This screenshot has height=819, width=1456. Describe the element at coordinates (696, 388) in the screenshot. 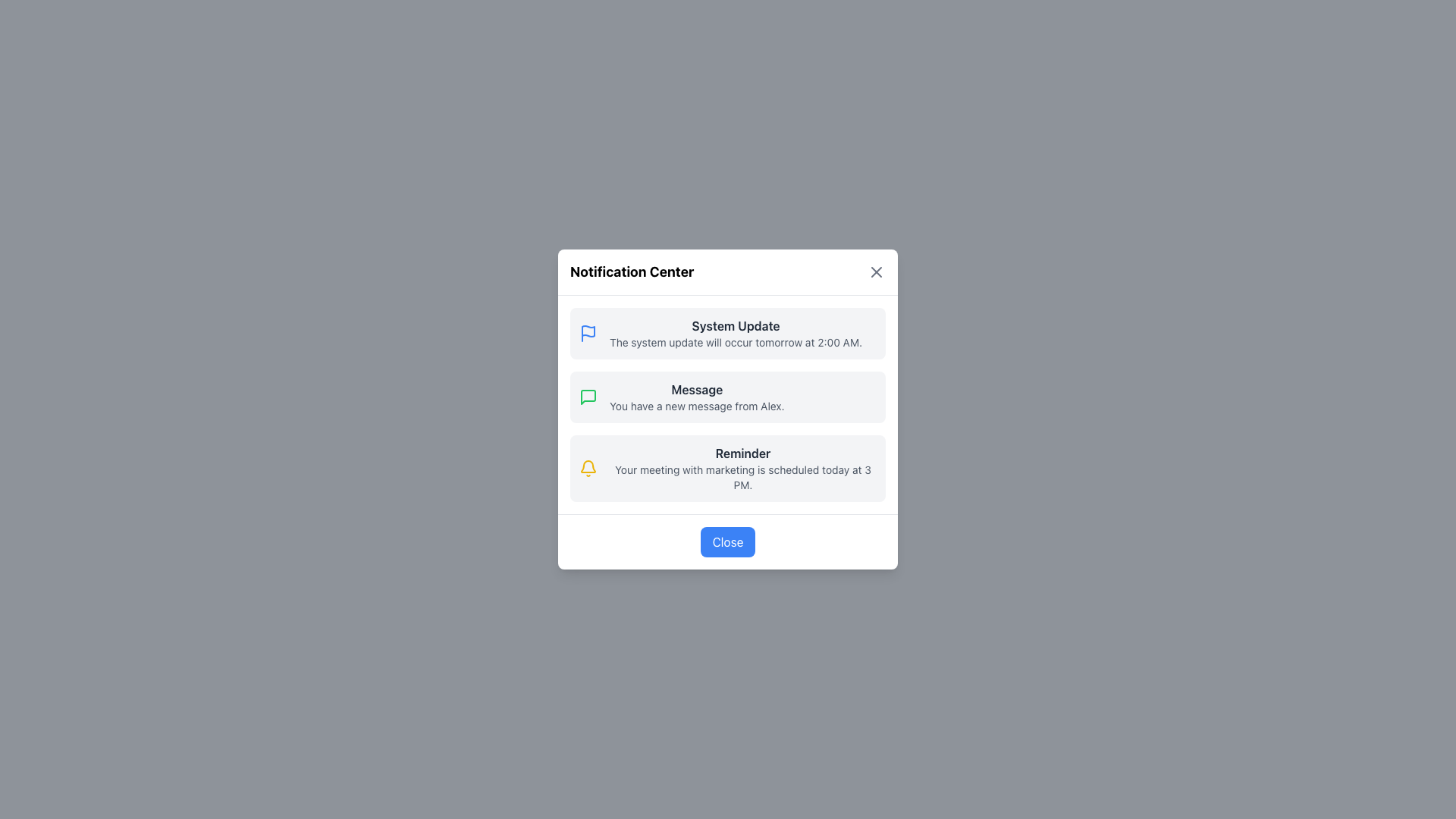

I see `the static text label that serves as a header for the notification indicating the type of message, located beneath the 'System Update' notification` at that location.